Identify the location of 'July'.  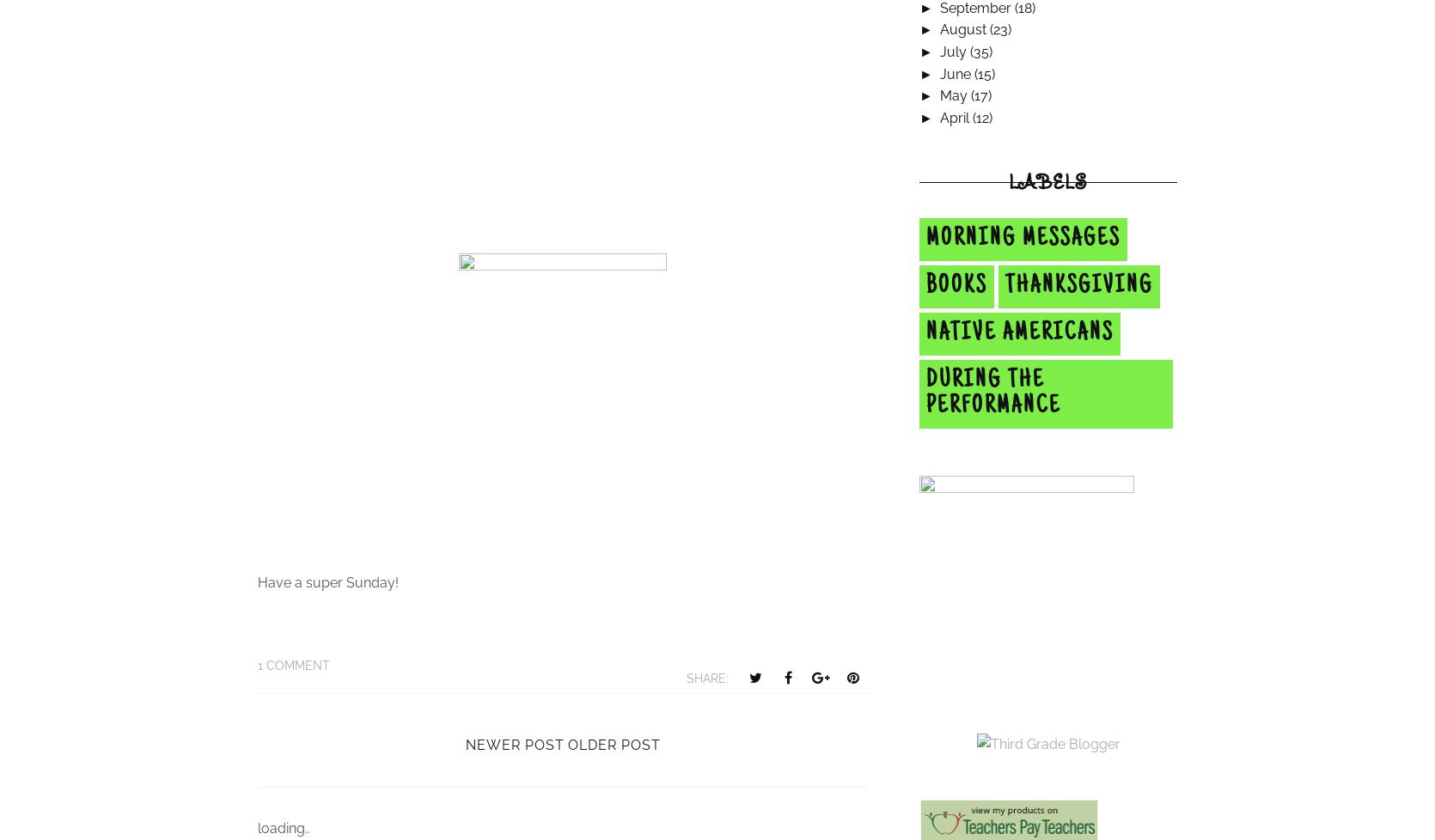
(953, 52).